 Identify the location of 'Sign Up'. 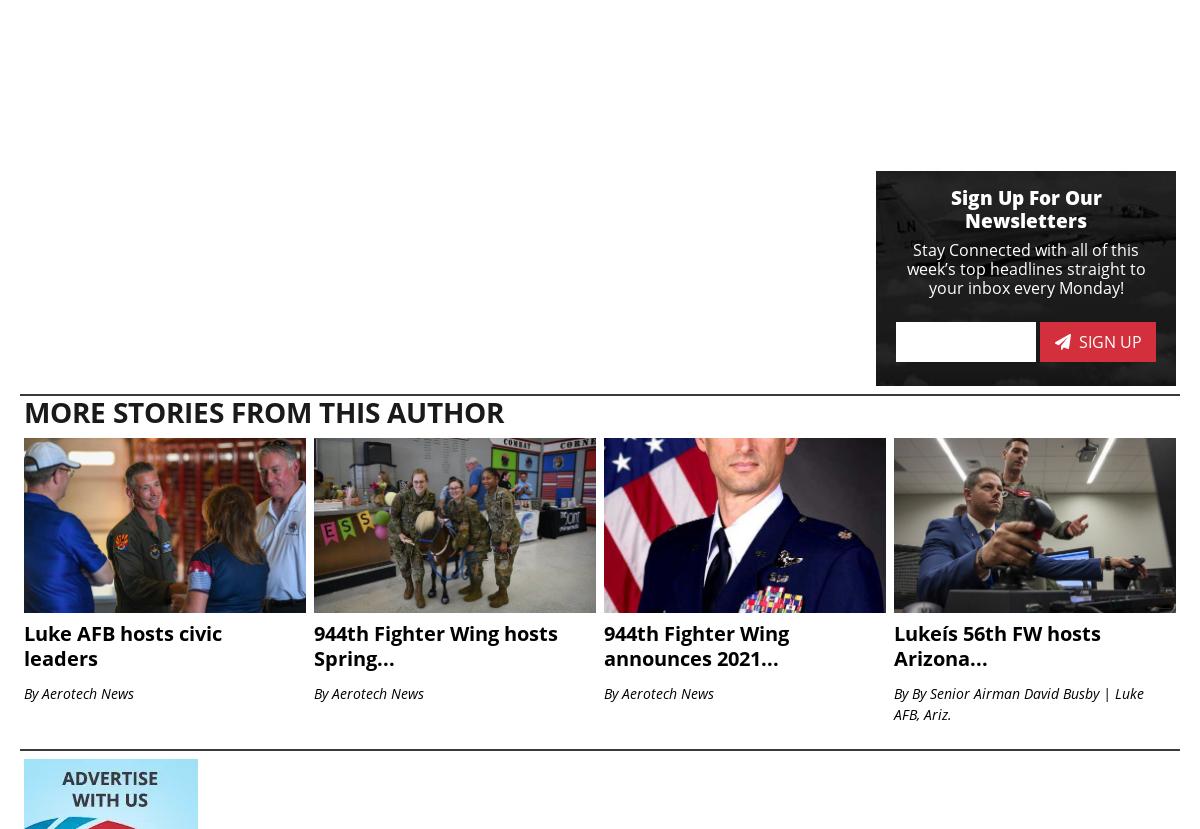
(1108, 340).